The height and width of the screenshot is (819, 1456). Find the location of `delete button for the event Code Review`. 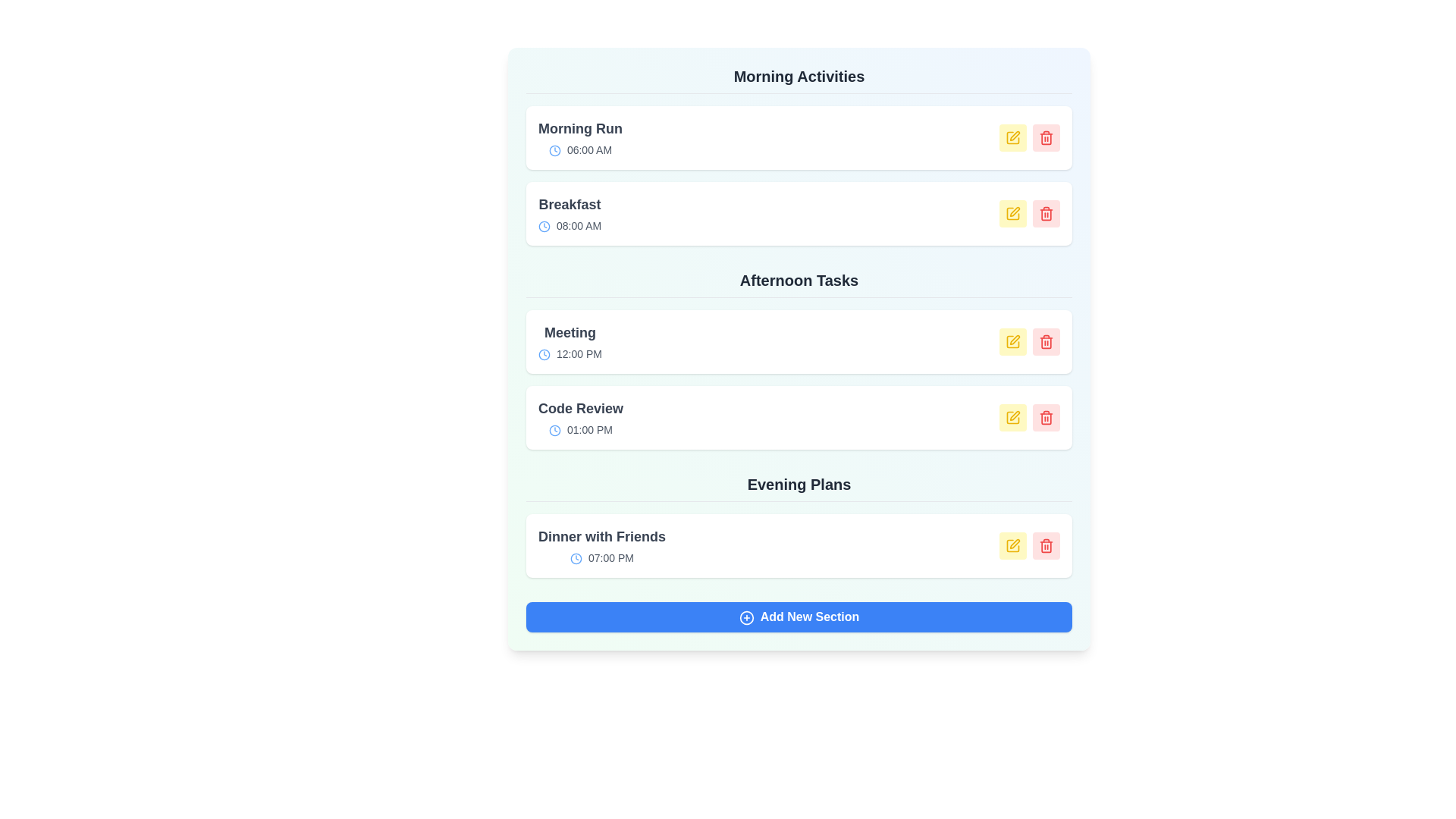

delete button for the event Code Review is located at coordinates (1046, 418).